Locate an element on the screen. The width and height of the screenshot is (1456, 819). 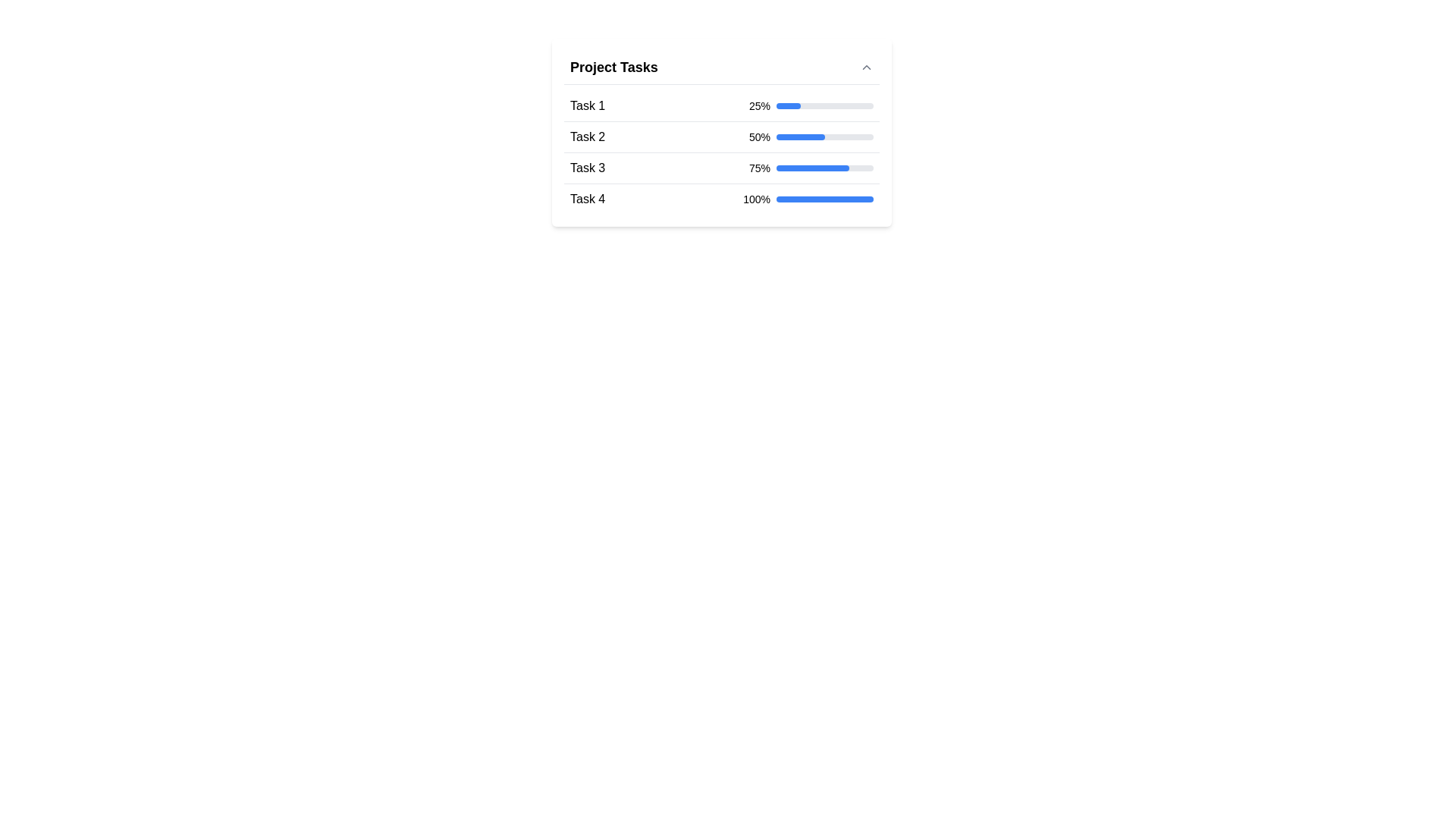
the 'Task 3' text label located in the leftmost part of the third row inside the 'Project Tasks' panel is located at coordinates (586, 168).